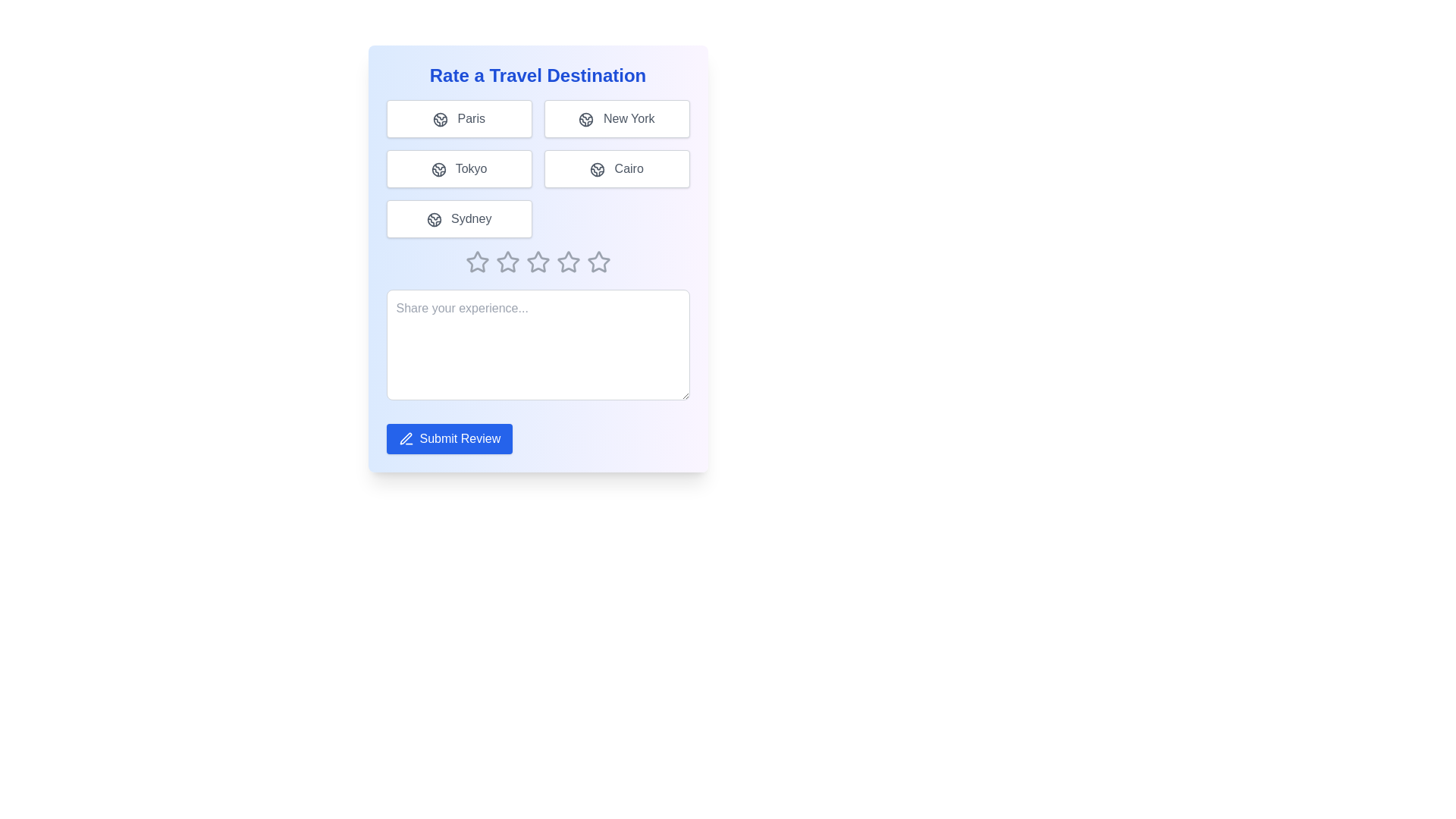 This screenshot has height=819, width=1456. What do you see at coordinates (598, 262) in the screenshot?
I see `the fifth star rating icon located at the bottom of the interface, beneath the destination selection options and above the text area` at bounding box center [598, 262].